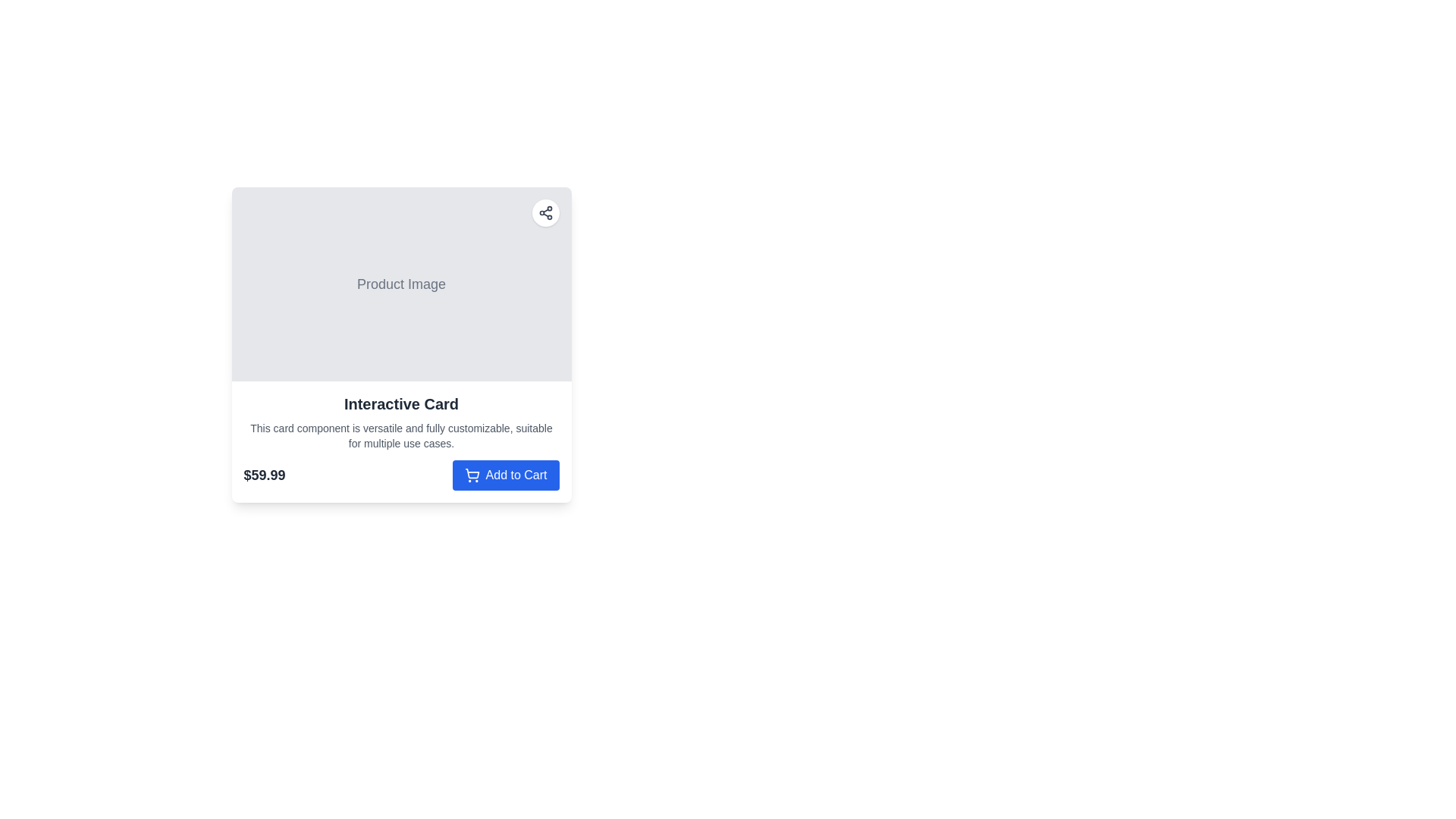  Describe the element at coordinates (265, 475) in the screenshot. I see `the Static Text Display that shows the price '$59.99', which is positioned prominently to the left of the 'Add to Cart' button` at that location.